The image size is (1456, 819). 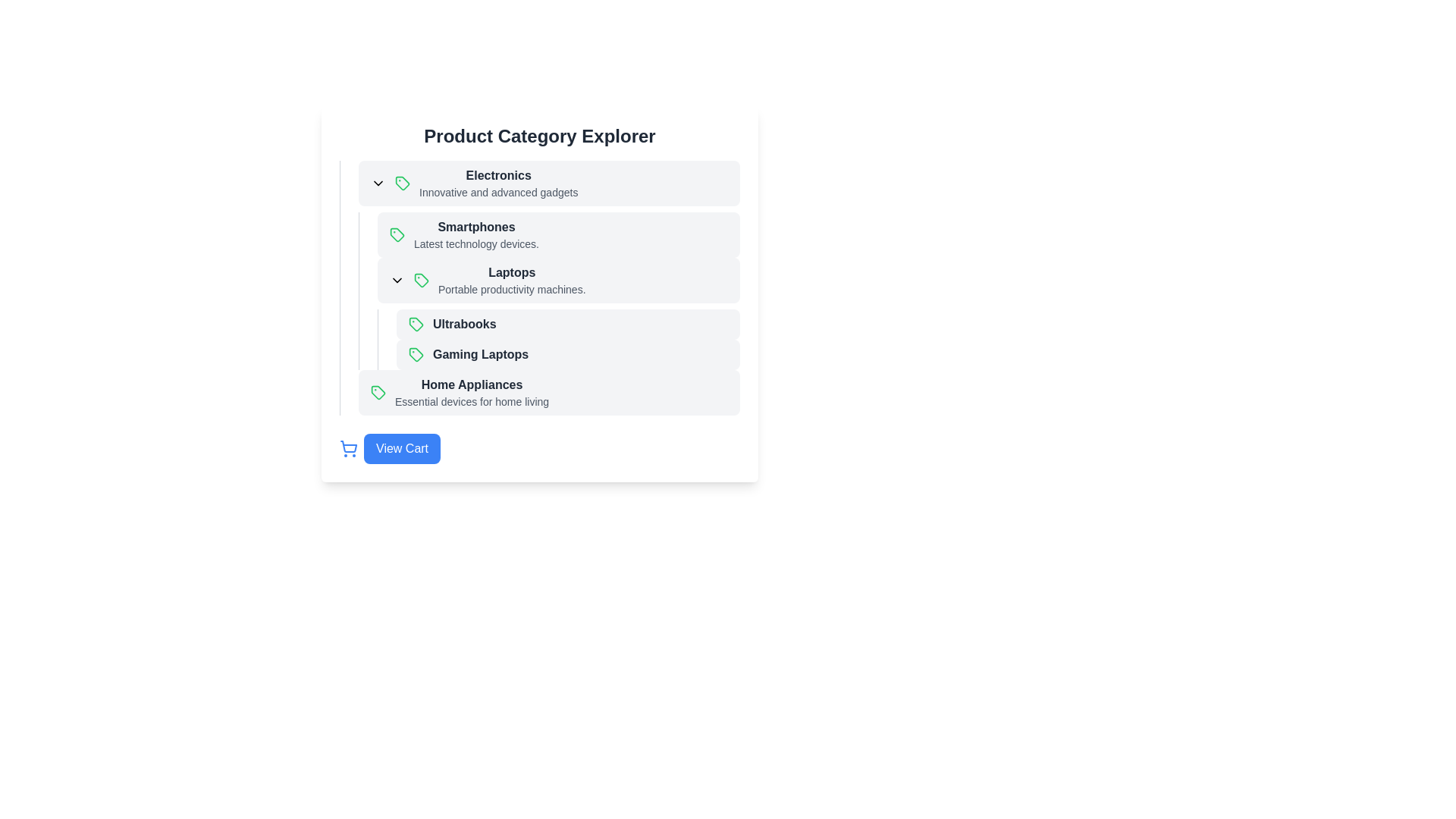 I want to click on the green outlined tag-like icon representing the 'Laptops' category, which is the first icon on the left side of the entry in the list of categories, so click(x=422, y=281).